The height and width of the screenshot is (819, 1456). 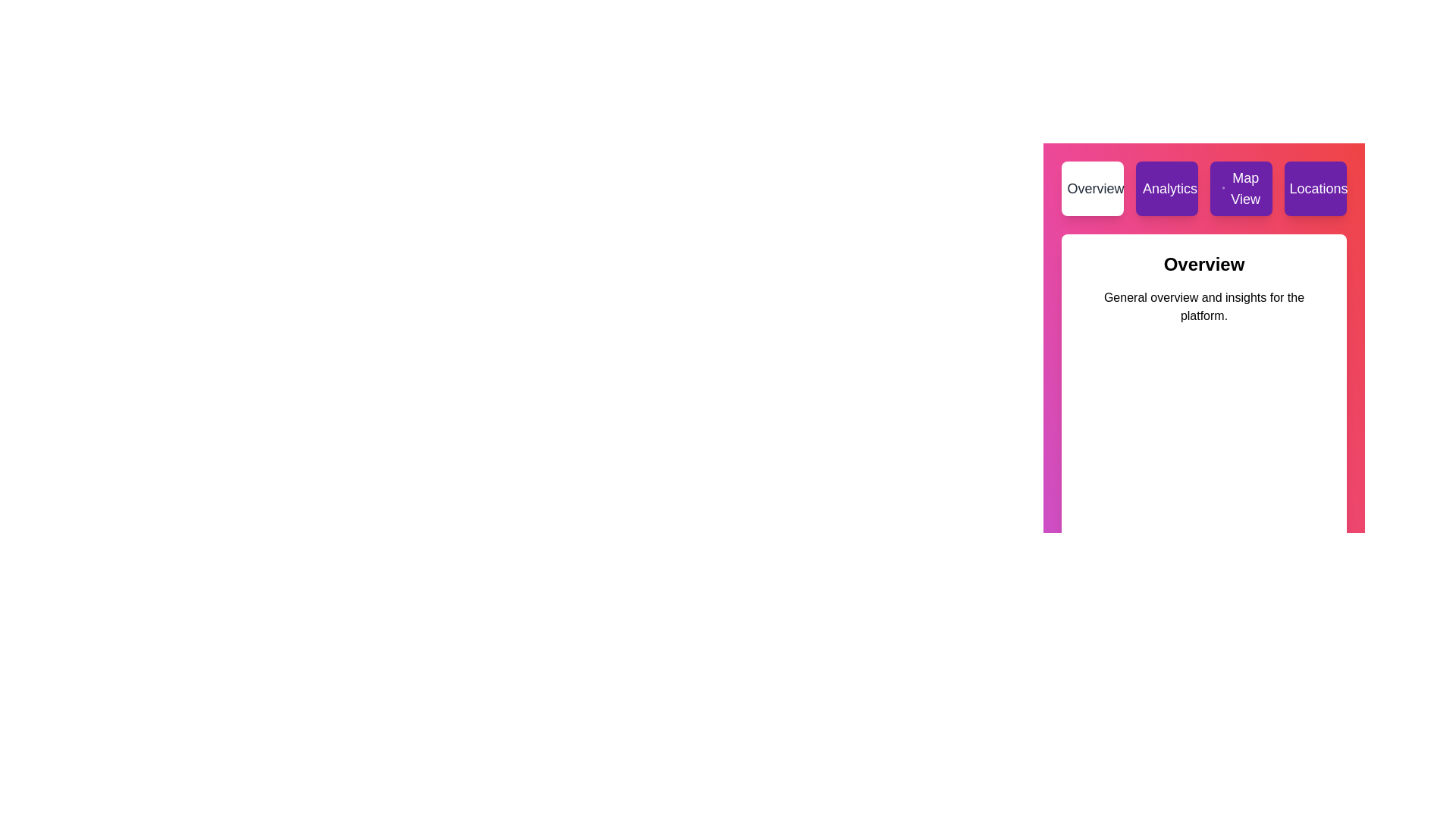 I want to click on the 'Analytics' tab in the navigation bar, so click(x=1203, y=188).